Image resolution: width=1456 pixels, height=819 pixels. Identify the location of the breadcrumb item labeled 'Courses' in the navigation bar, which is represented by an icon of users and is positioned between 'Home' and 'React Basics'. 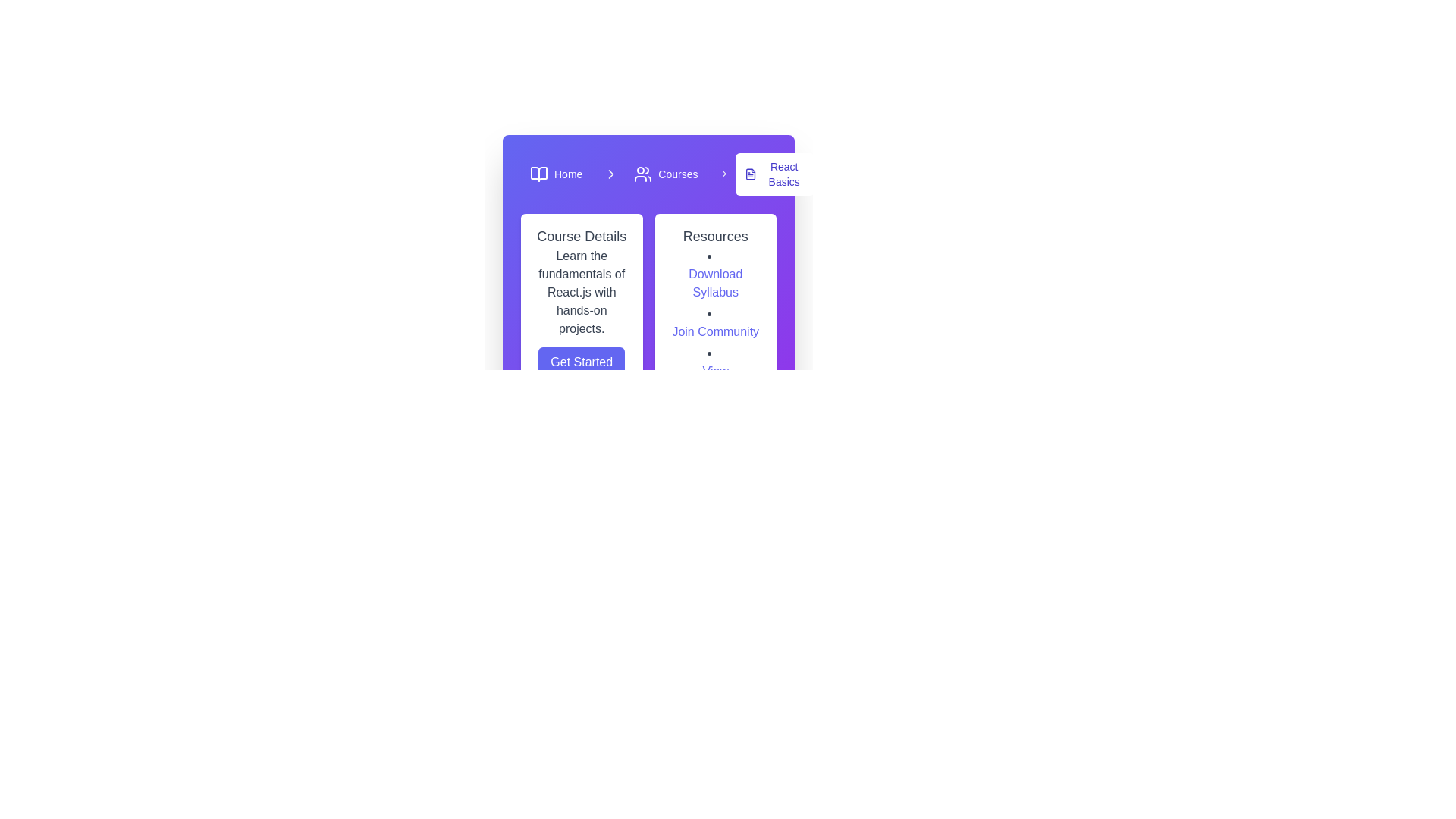
(655, 174).